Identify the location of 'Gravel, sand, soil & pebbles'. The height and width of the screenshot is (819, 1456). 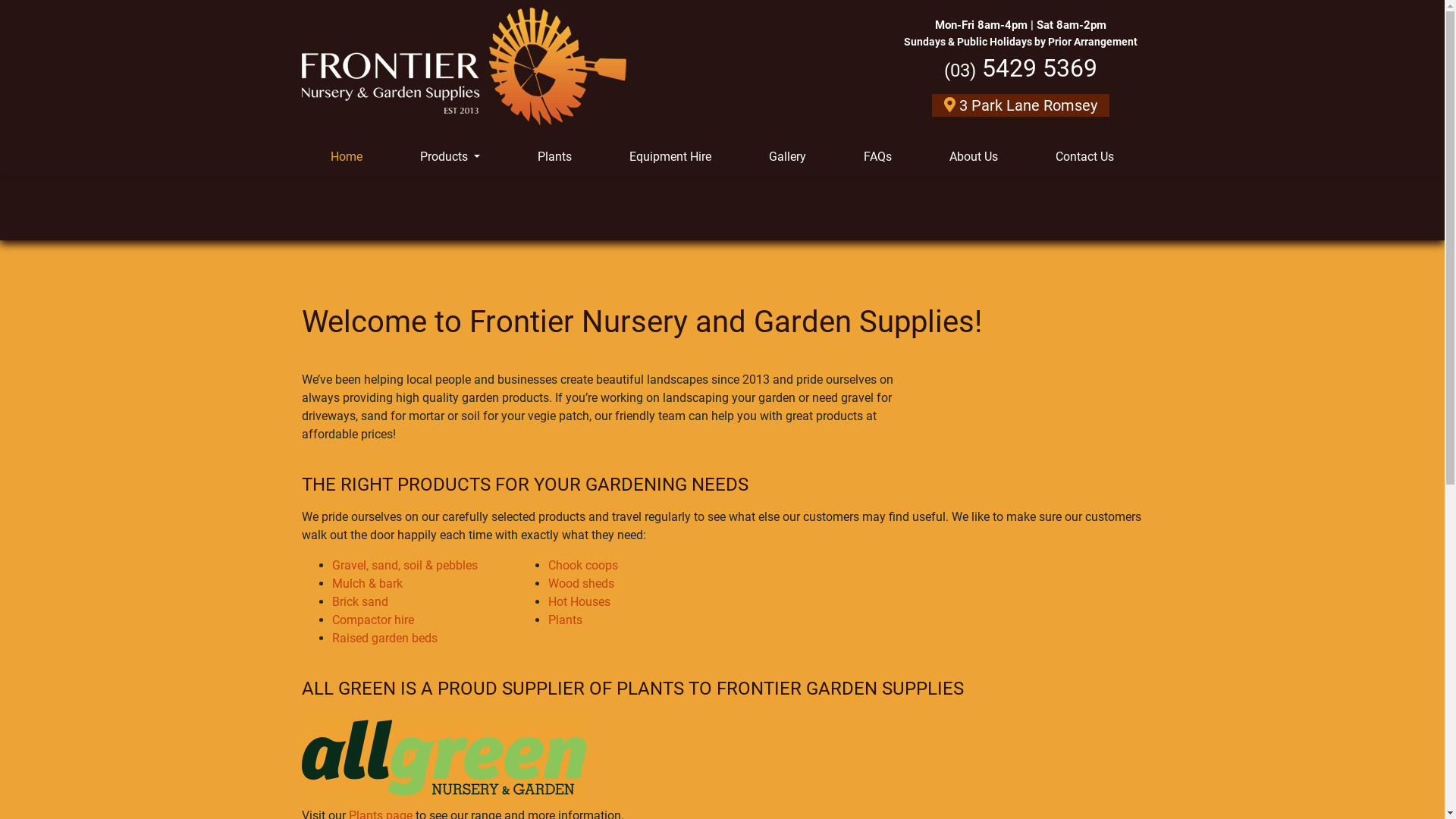
(404, 565).